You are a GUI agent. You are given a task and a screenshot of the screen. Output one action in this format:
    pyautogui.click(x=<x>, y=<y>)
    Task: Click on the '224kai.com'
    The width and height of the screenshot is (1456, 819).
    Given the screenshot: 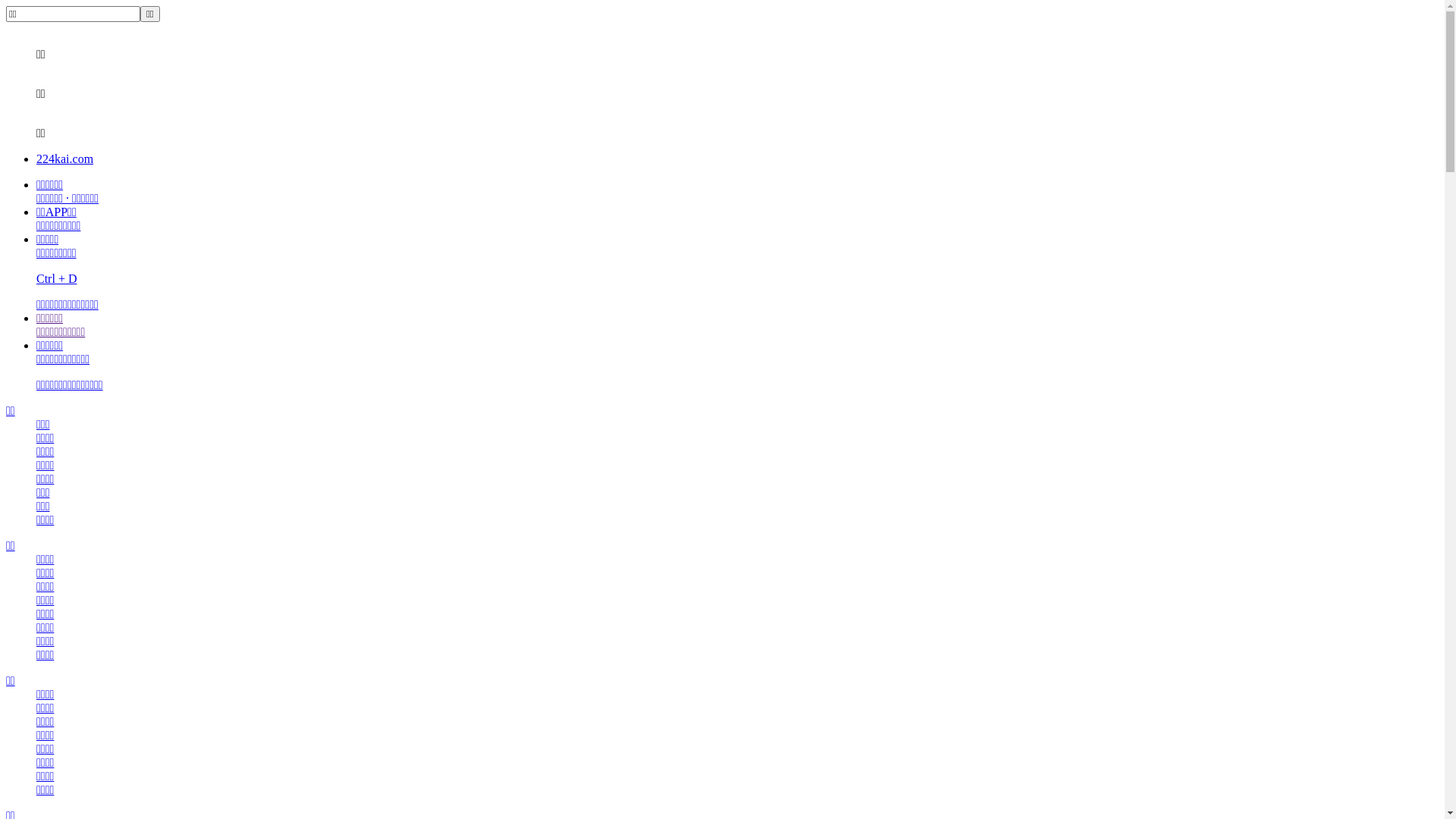 What is the action you would take?
    pyautogui.click(x=64, y=158)
    